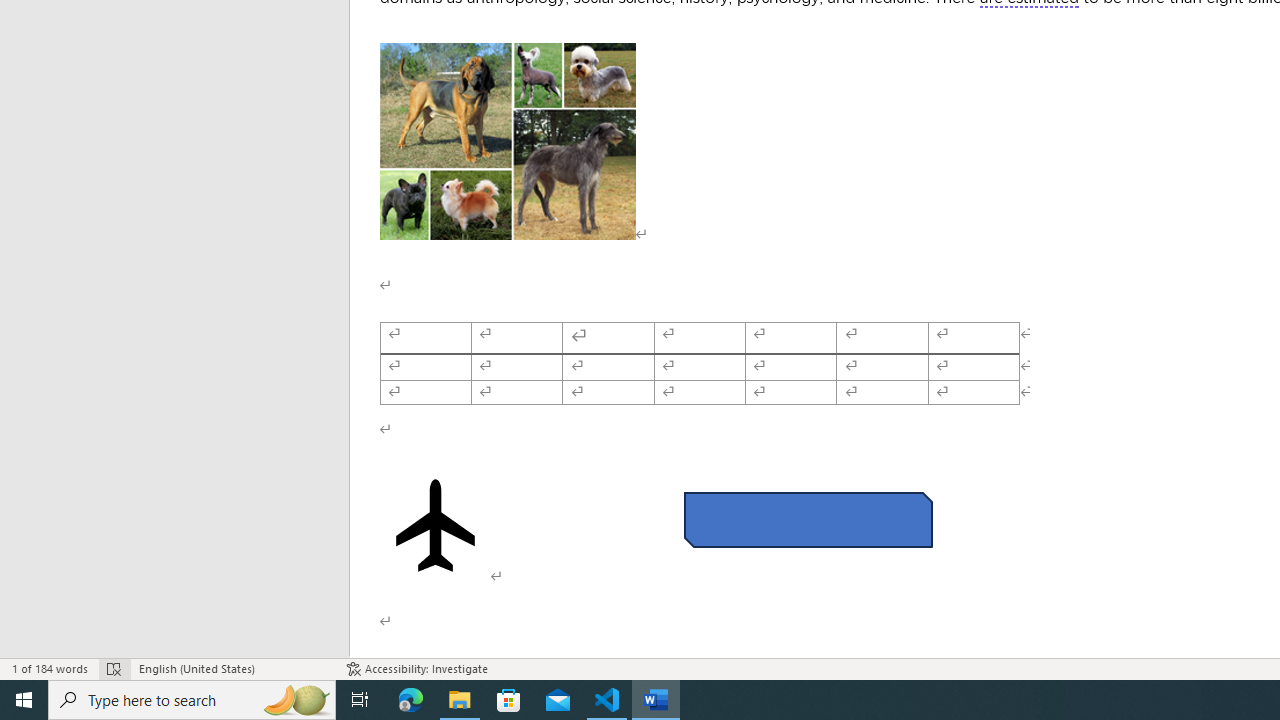 The height and width of the screenshot is (720, 1280). Describe the element at coordinates (113, 669) in the screenshot. I see `'Spelling and Grammar Check Errors'` at that location.